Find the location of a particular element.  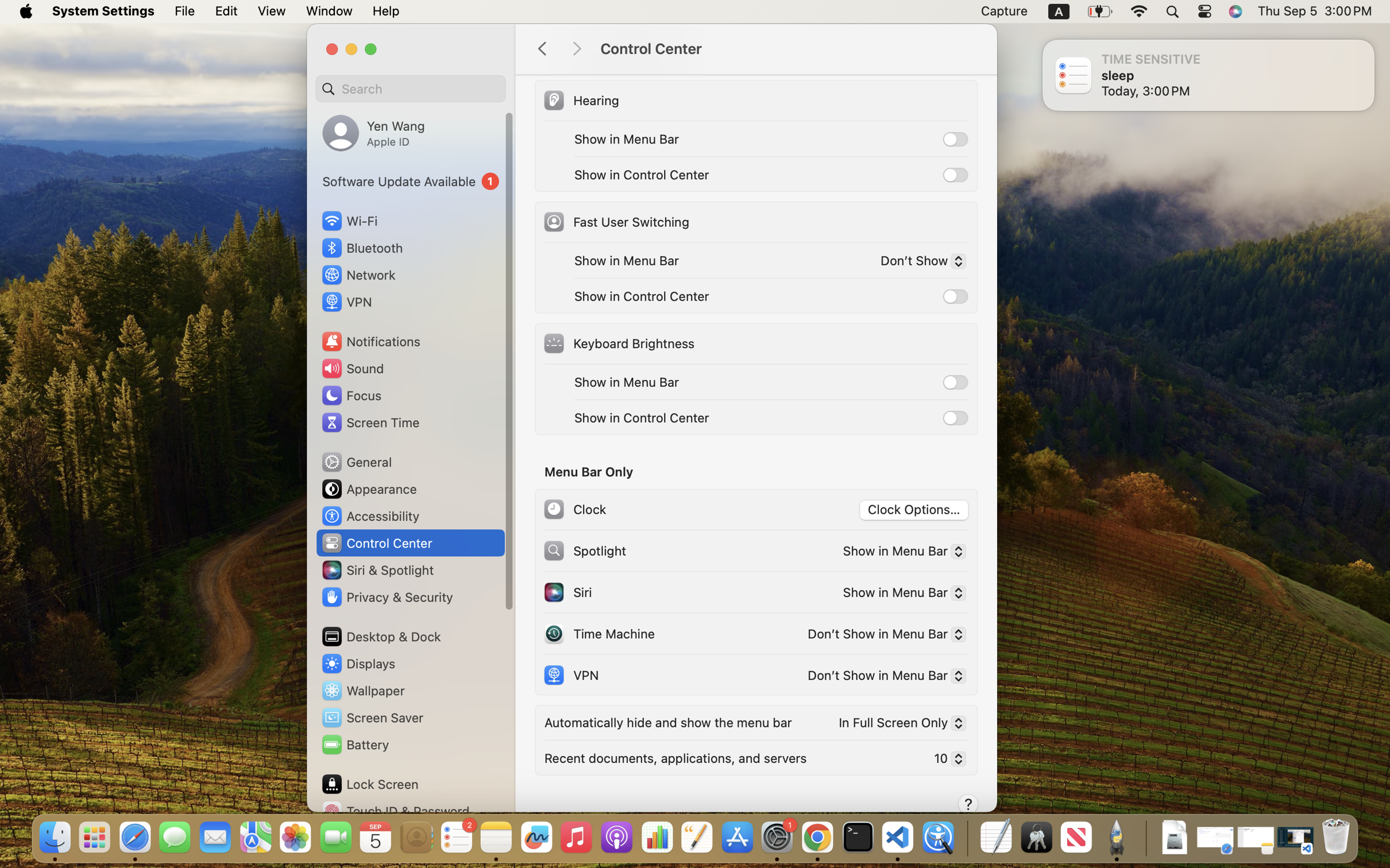

'Lock Screen' is located at coordinates (370, 783).